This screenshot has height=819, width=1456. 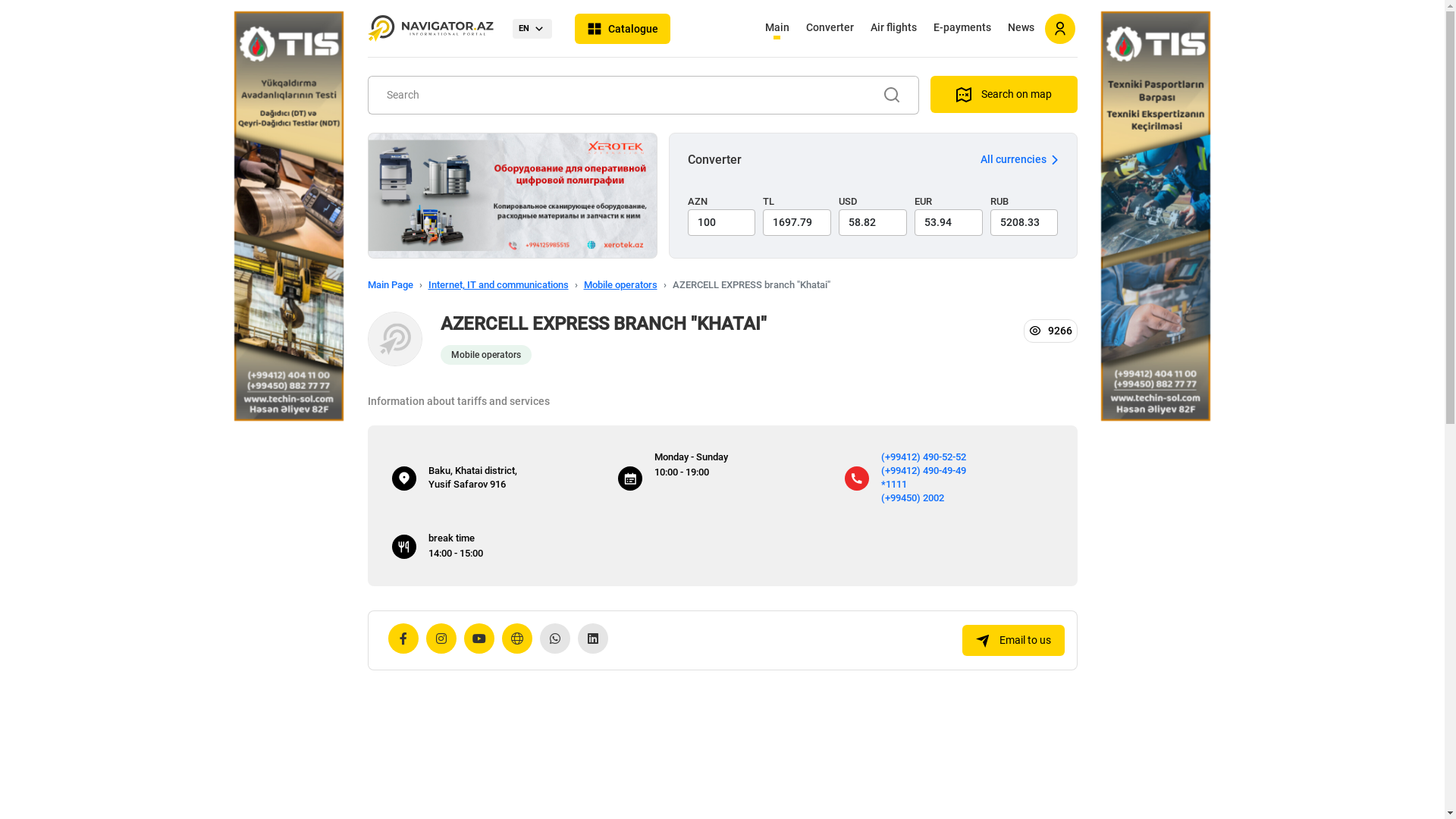 What do you see at coordinates (758, 29) in the screenshot?
I see `'Main'` at bounding box center [758, 29].